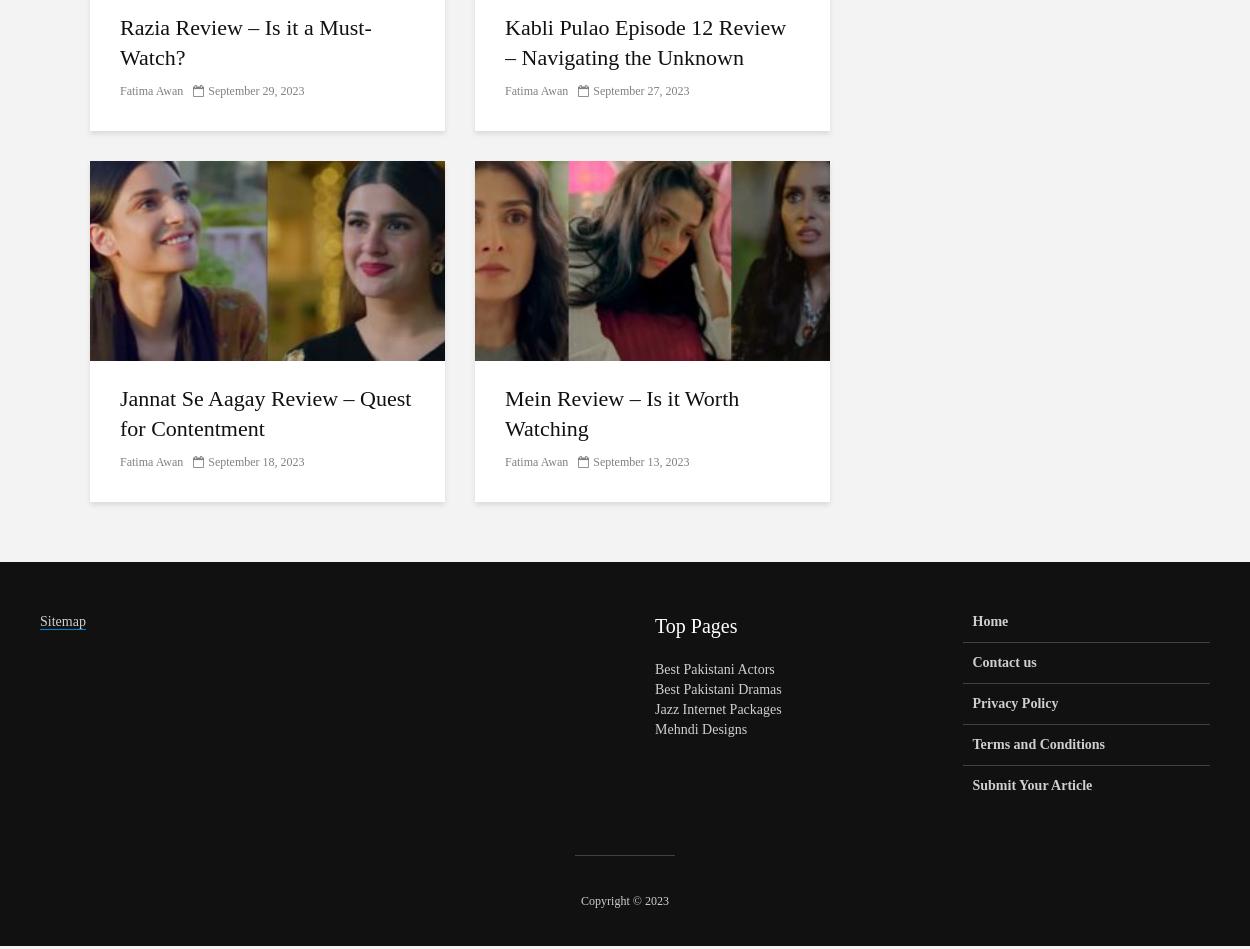 The width and height of the screenshot is (1250, 949). Describe the element at coordinates (1032, 785) in the screenshot. I see `'Submit Your Article'` at that location.